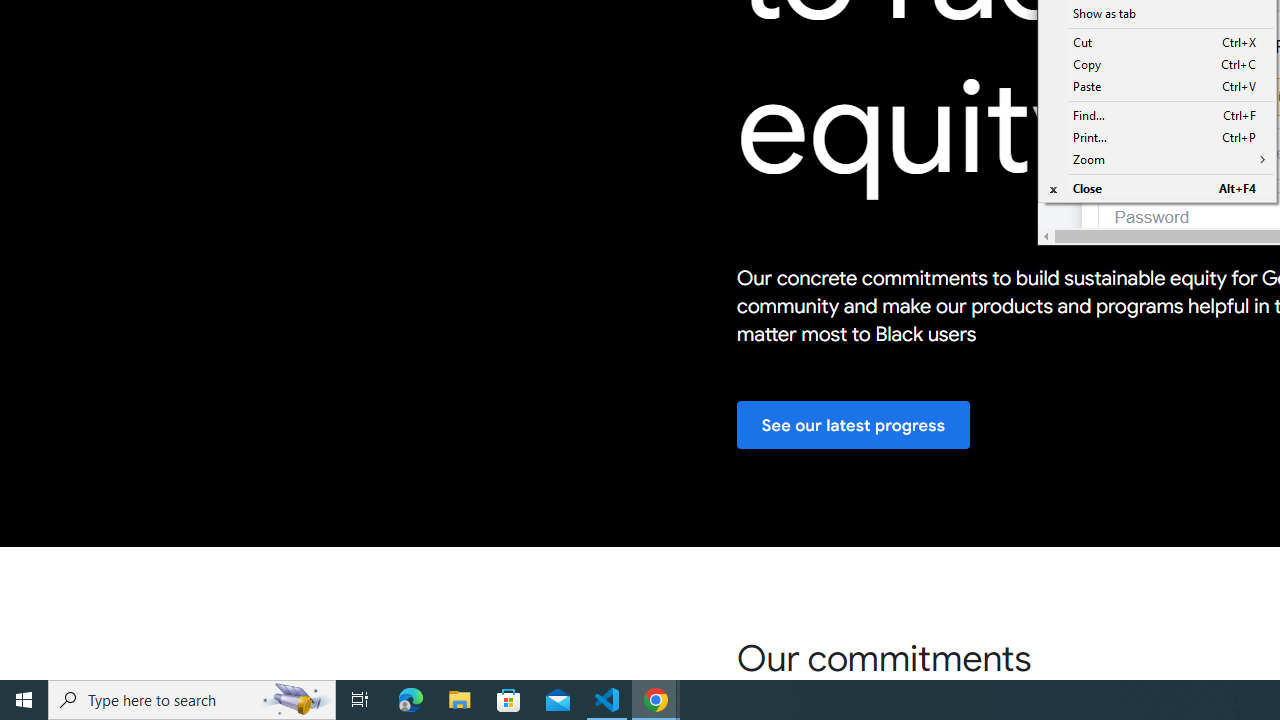  What do you see at coordinates (24, 698) in the screenshot?
I see `'Start'` at bounding box center [24, 698].